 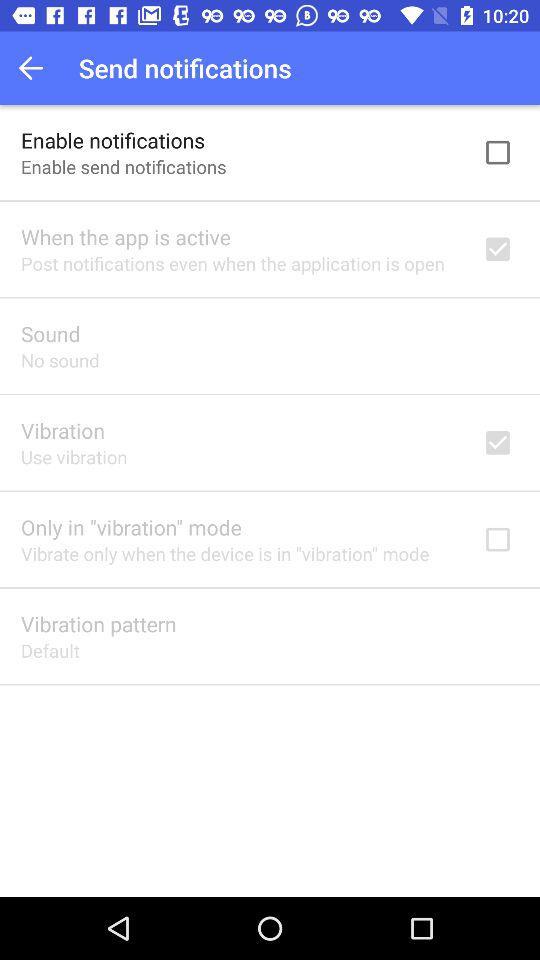 What do you see at coordinates (60, 360) in the screenshot?
I see `app below sound icon` at bounding box center [60, 360].